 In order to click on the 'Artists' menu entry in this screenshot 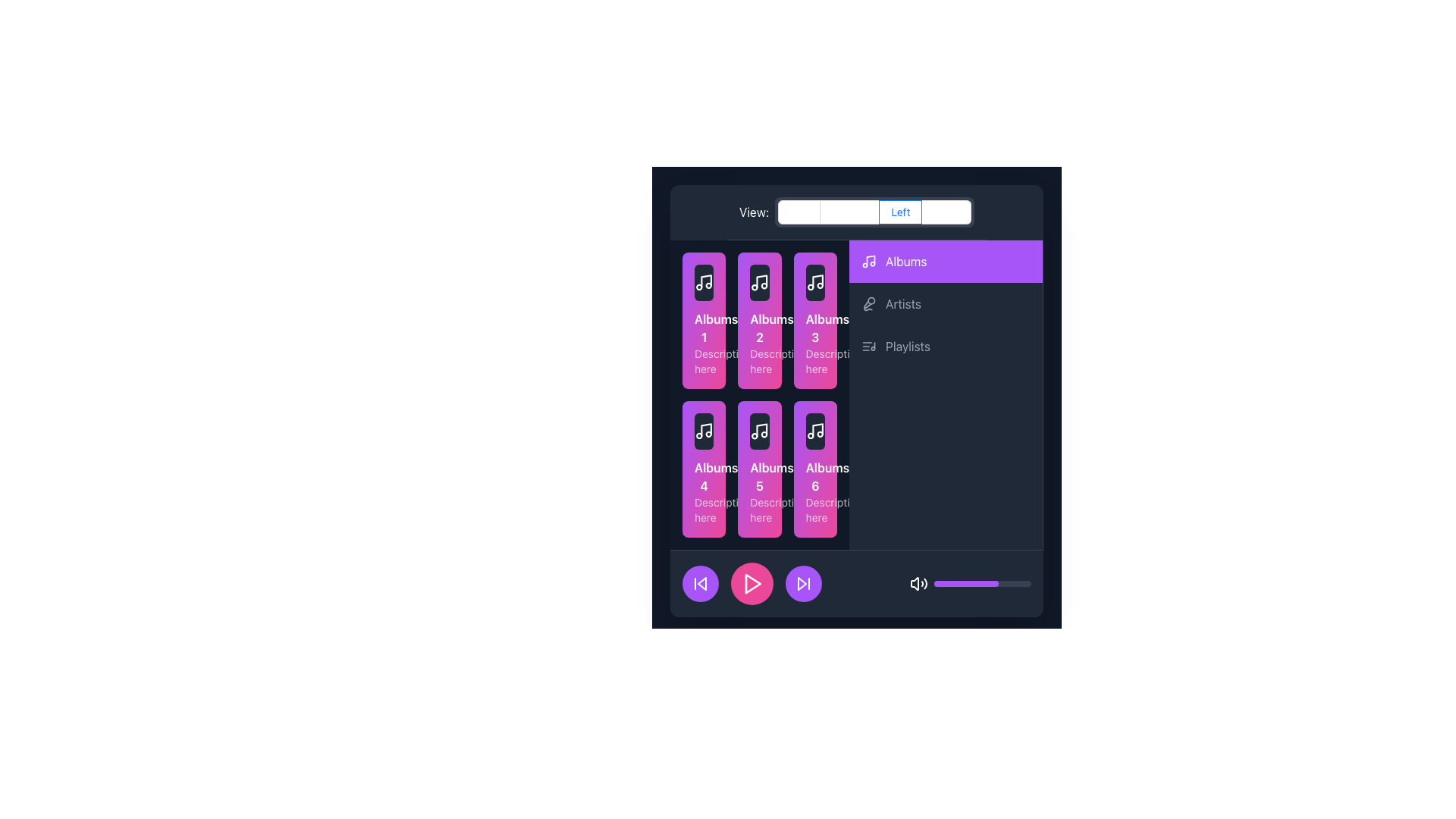, I will do `click(945, 304)`.